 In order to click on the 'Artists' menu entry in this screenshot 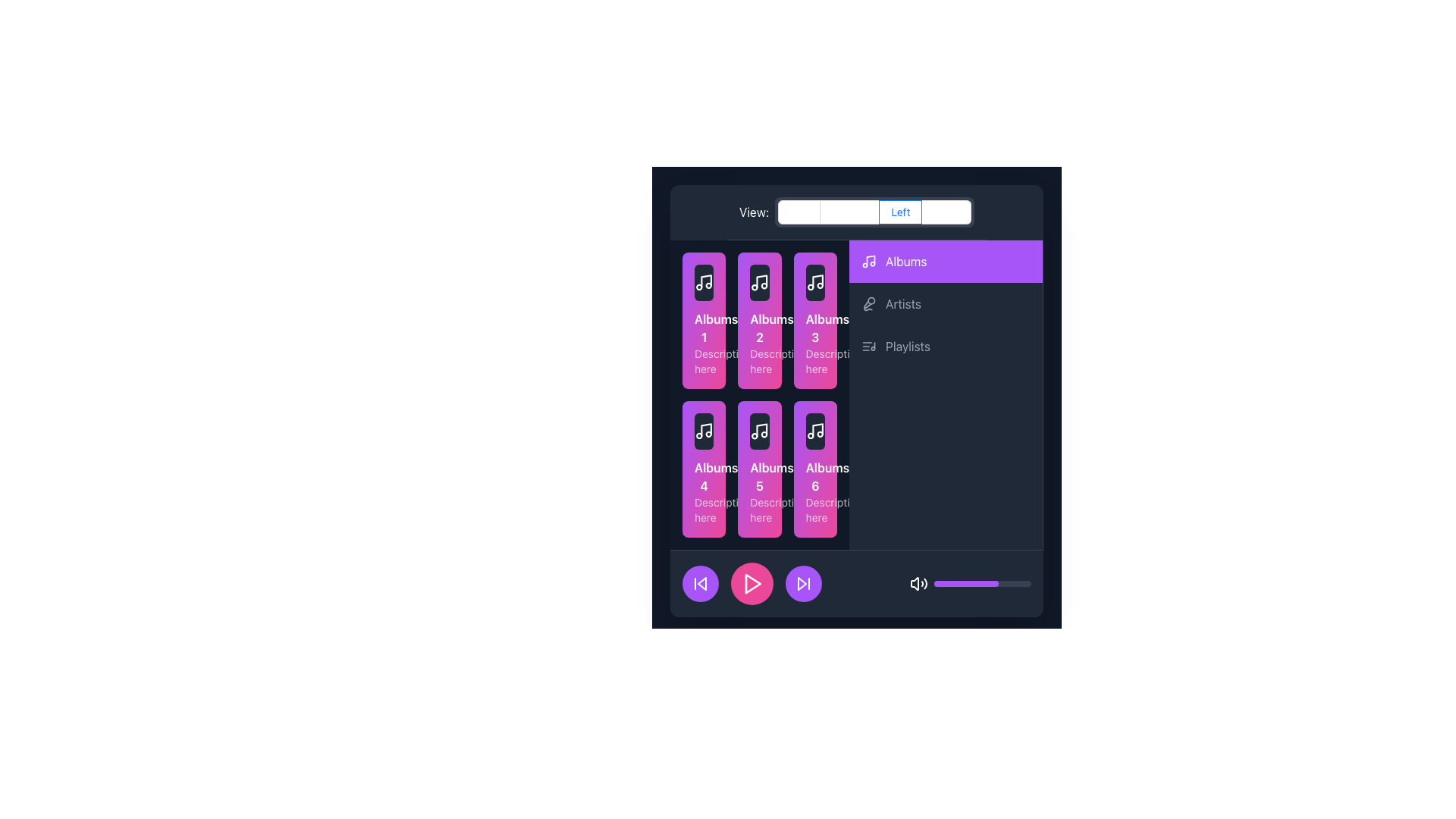, I will do `click(945, 304)`.